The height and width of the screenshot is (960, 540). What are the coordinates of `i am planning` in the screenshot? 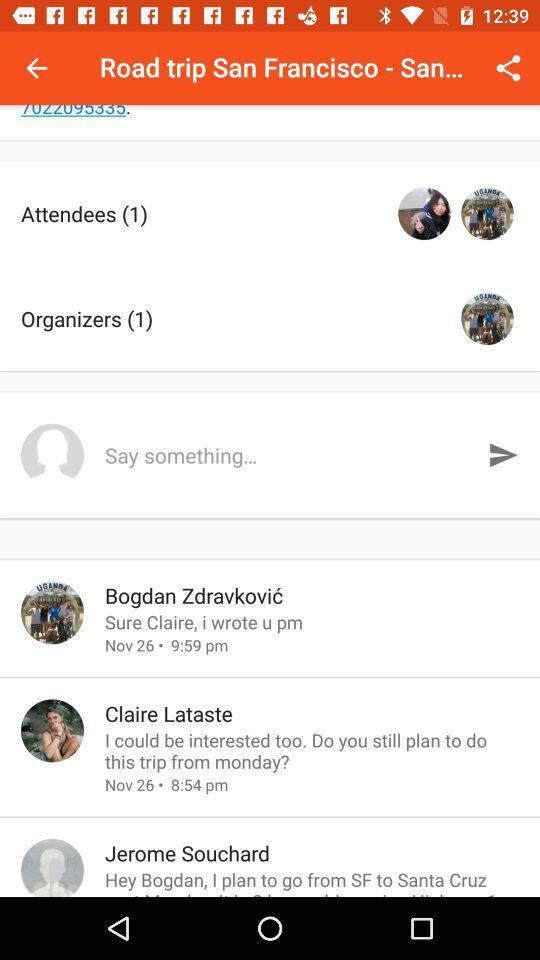 It's located at (270, 121).